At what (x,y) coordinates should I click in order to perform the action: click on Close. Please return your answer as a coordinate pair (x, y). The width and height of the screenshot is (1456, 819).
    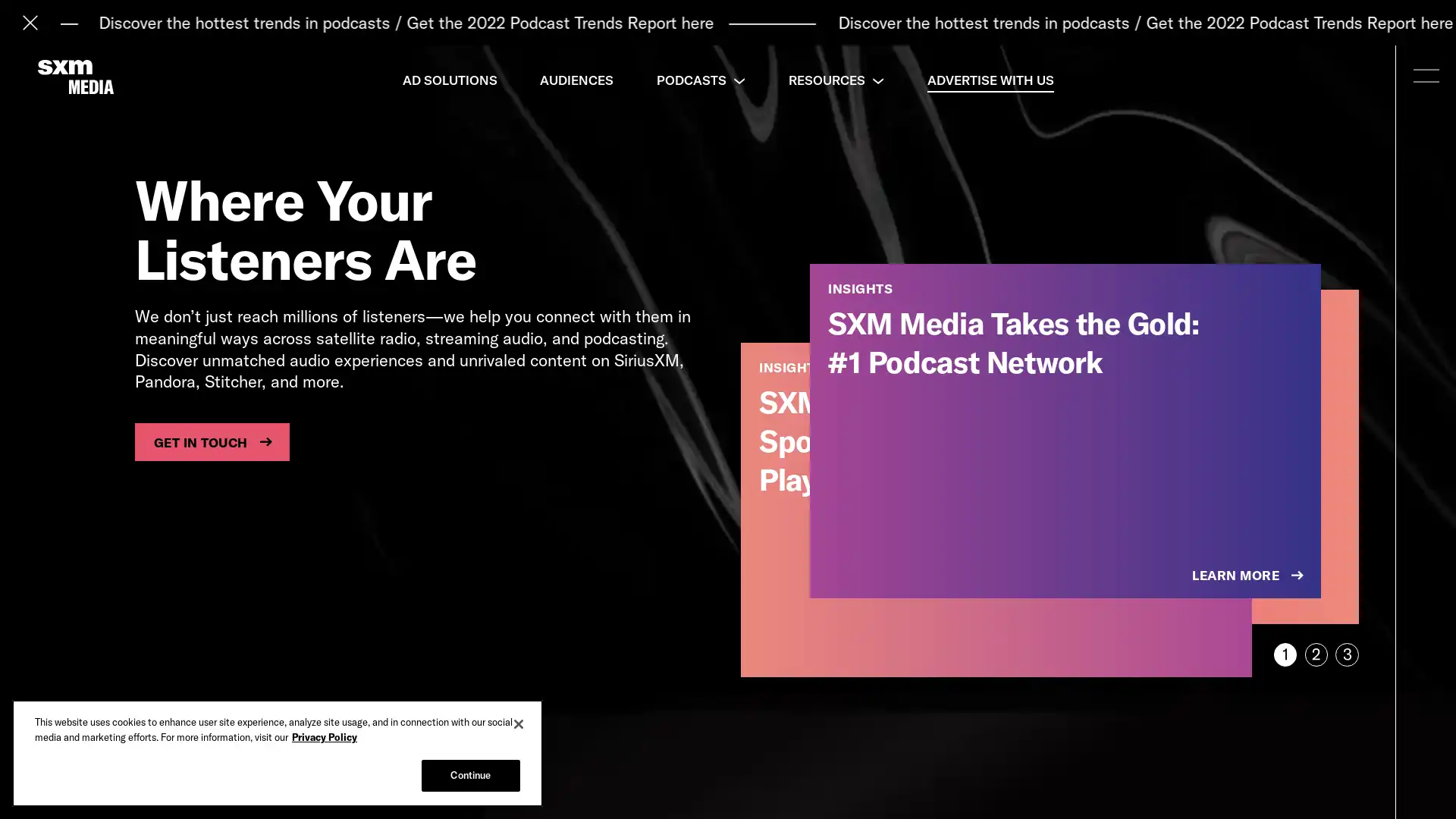
    Looking at the image, I should click on (519, 723).